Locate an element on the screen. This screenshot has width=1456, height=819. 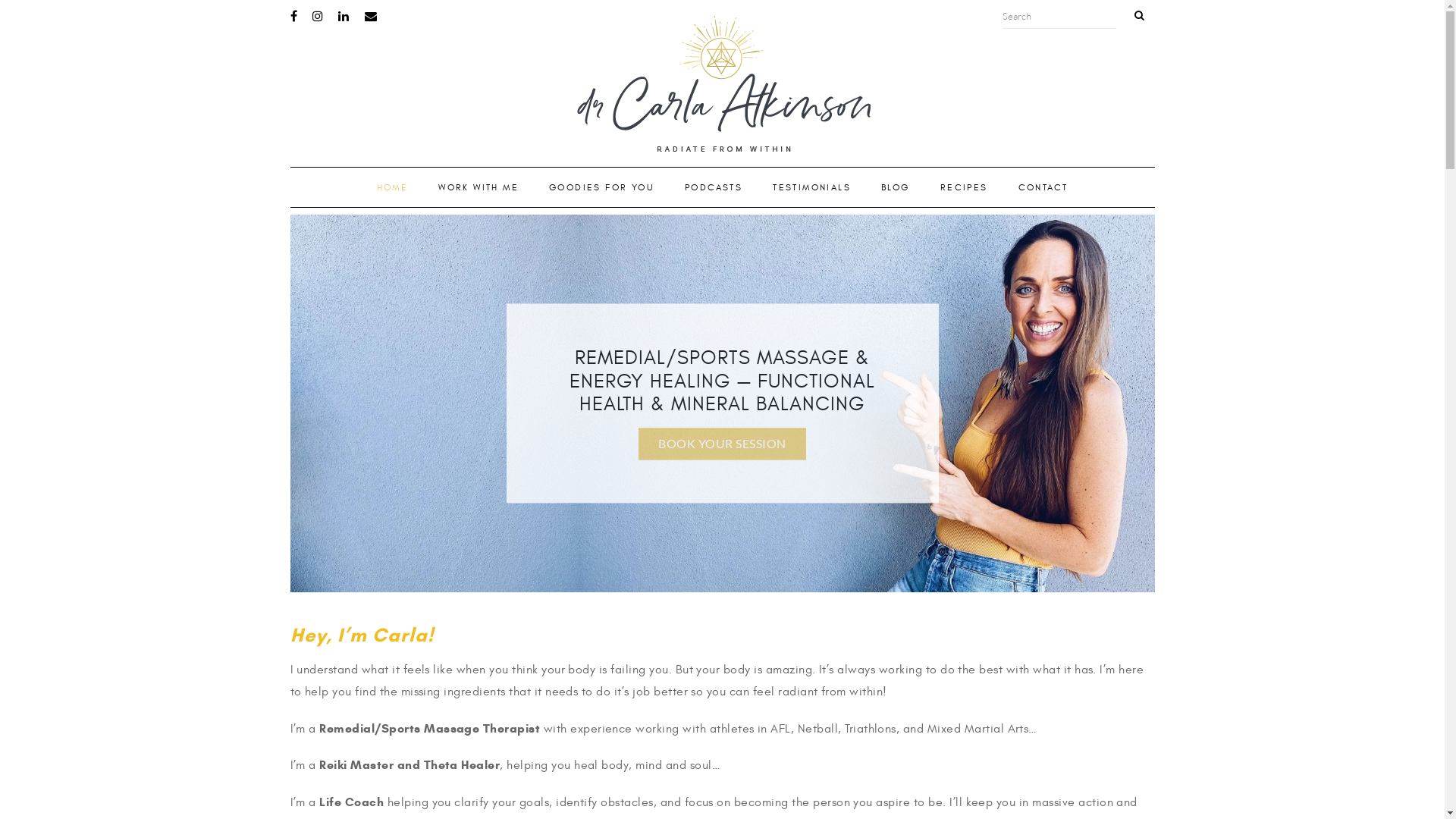
'RECIPES' is located at coordinates (924, 186).